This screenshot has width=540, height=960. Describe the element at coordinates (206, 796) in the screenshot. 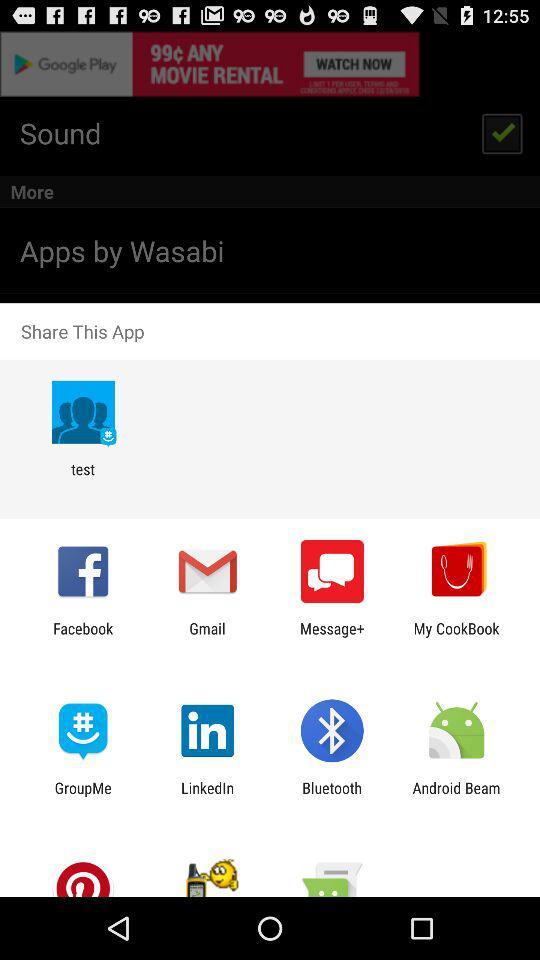

I see `the icon to the left of the bluetooth` at that location.